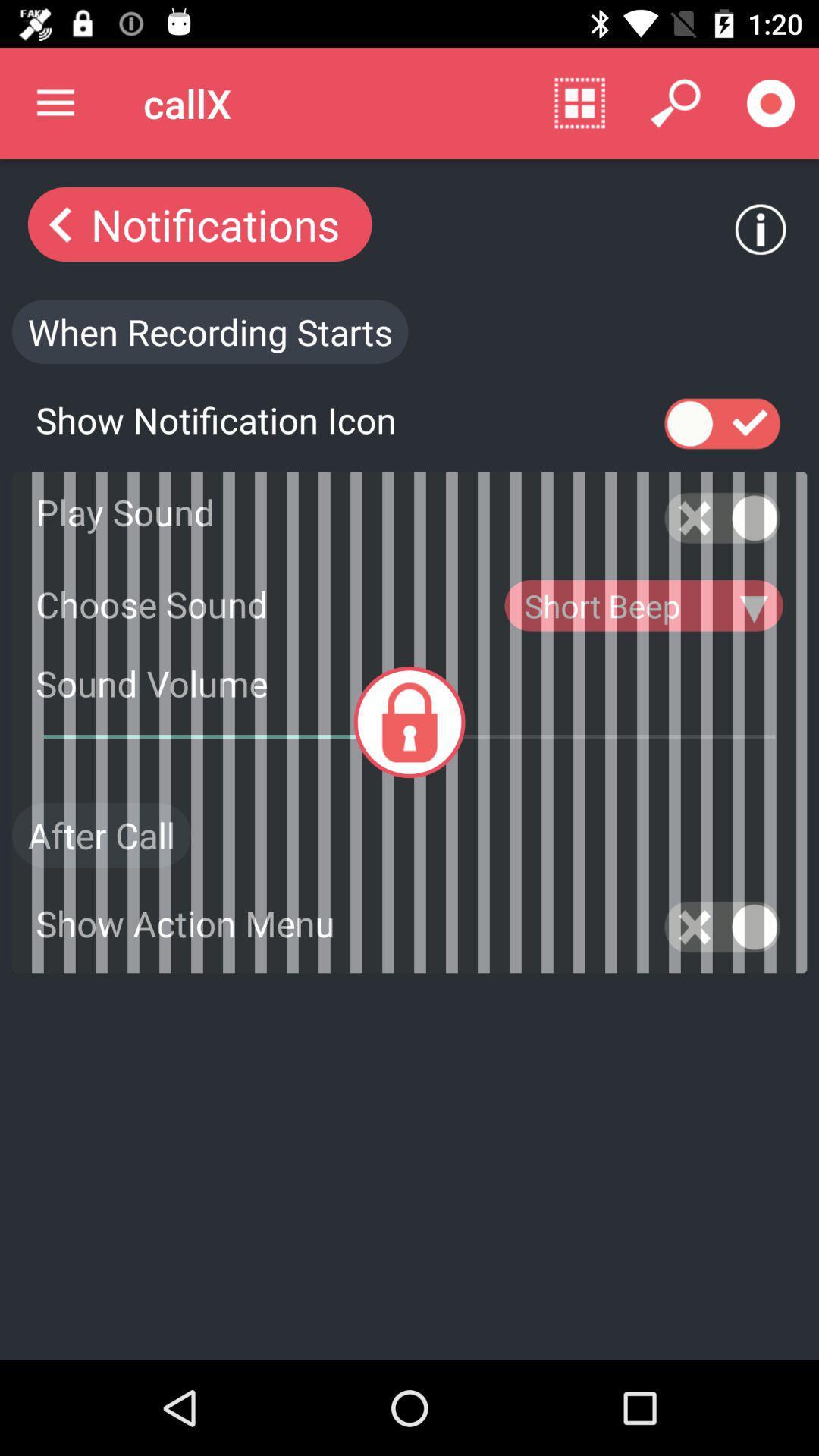  What do you see at coordinates (748, 228) in the screenshot?
I see `the info icon` at bounding box center [748, 228].